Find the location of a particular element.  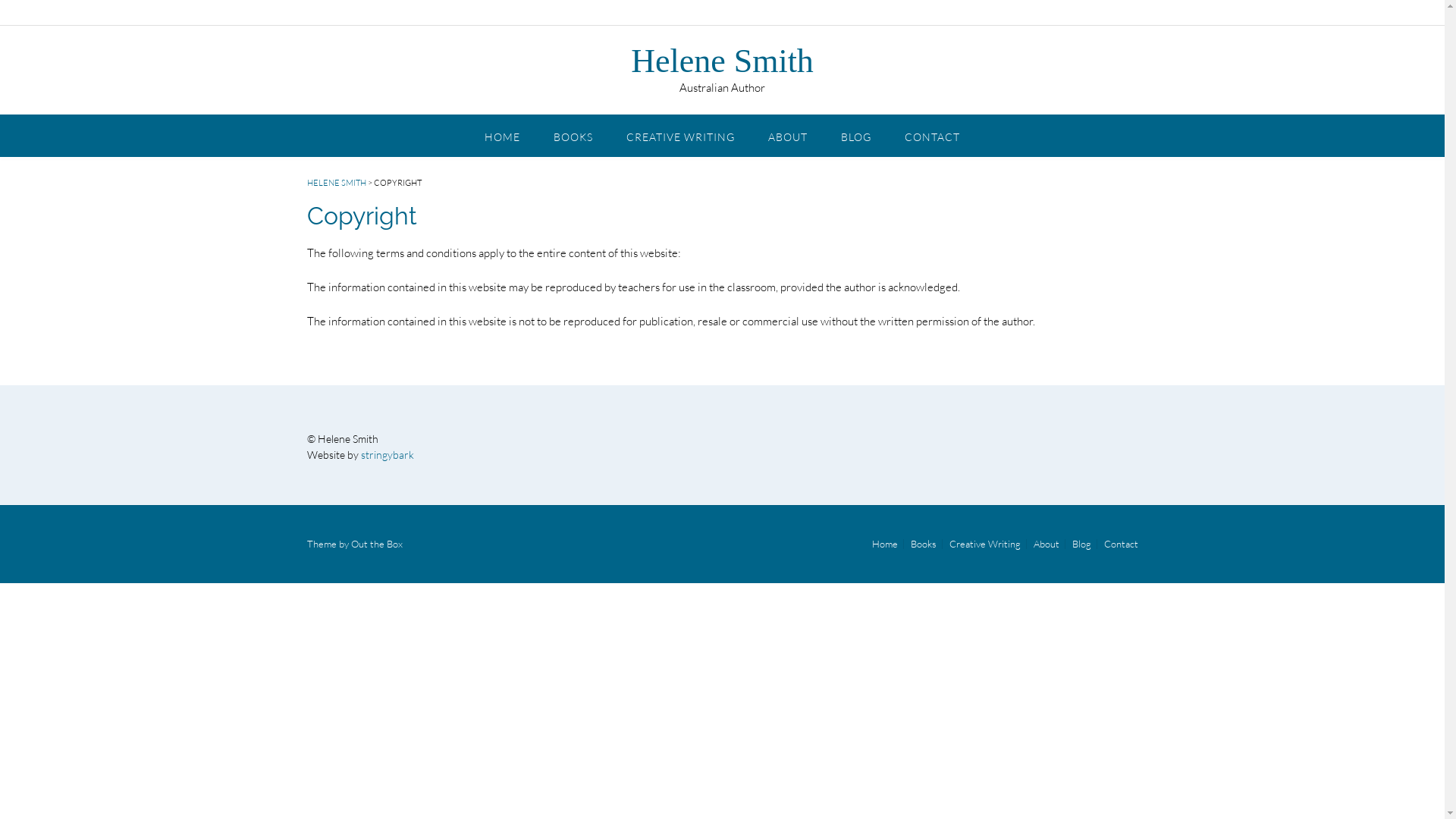

'Creative Writing' is located at coordinates (942, 543).